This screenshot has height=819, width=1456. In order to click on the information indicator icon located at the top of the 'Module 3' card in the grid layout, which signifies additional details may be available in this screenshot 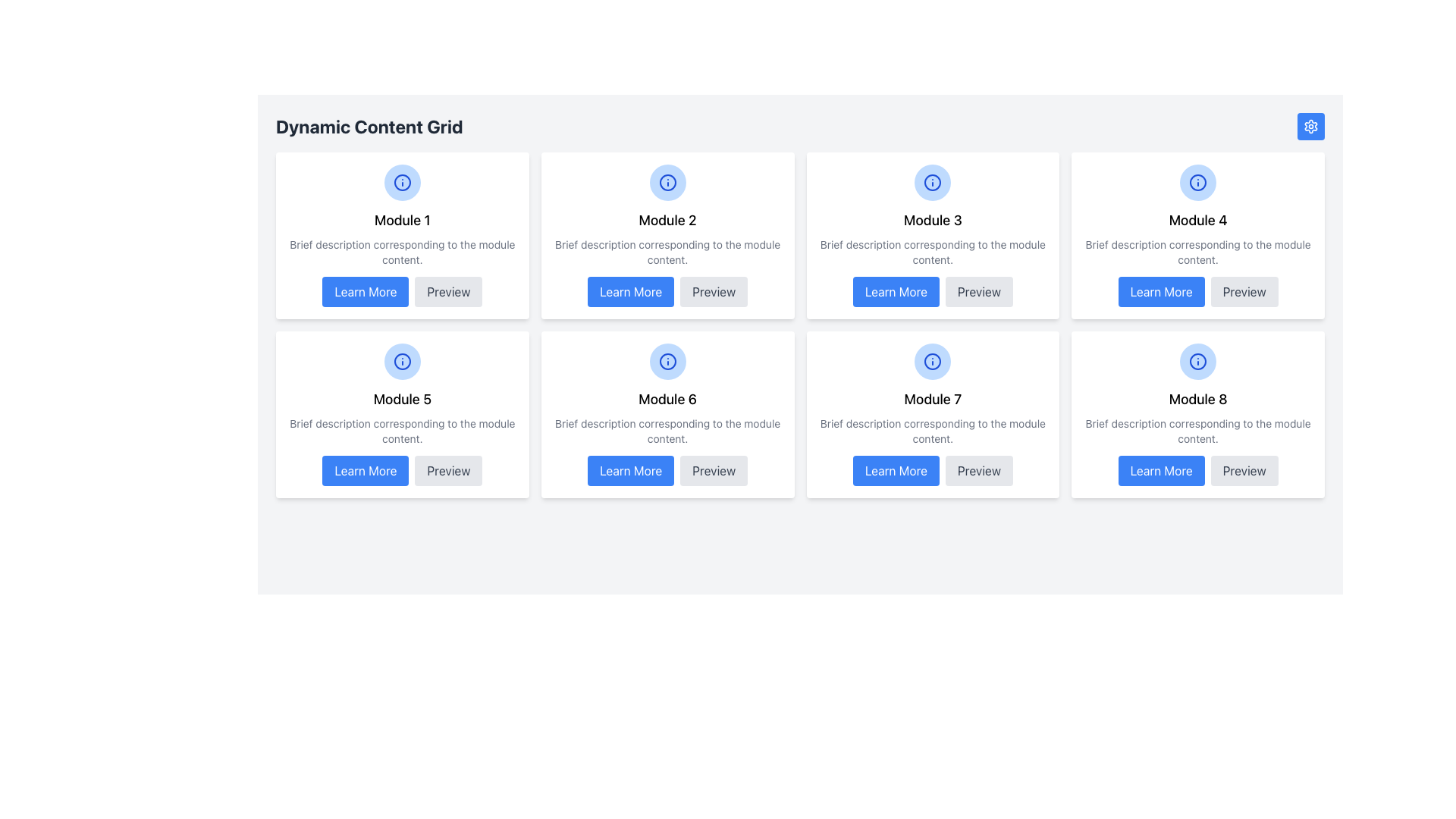, I will do `click(932, 181)`.